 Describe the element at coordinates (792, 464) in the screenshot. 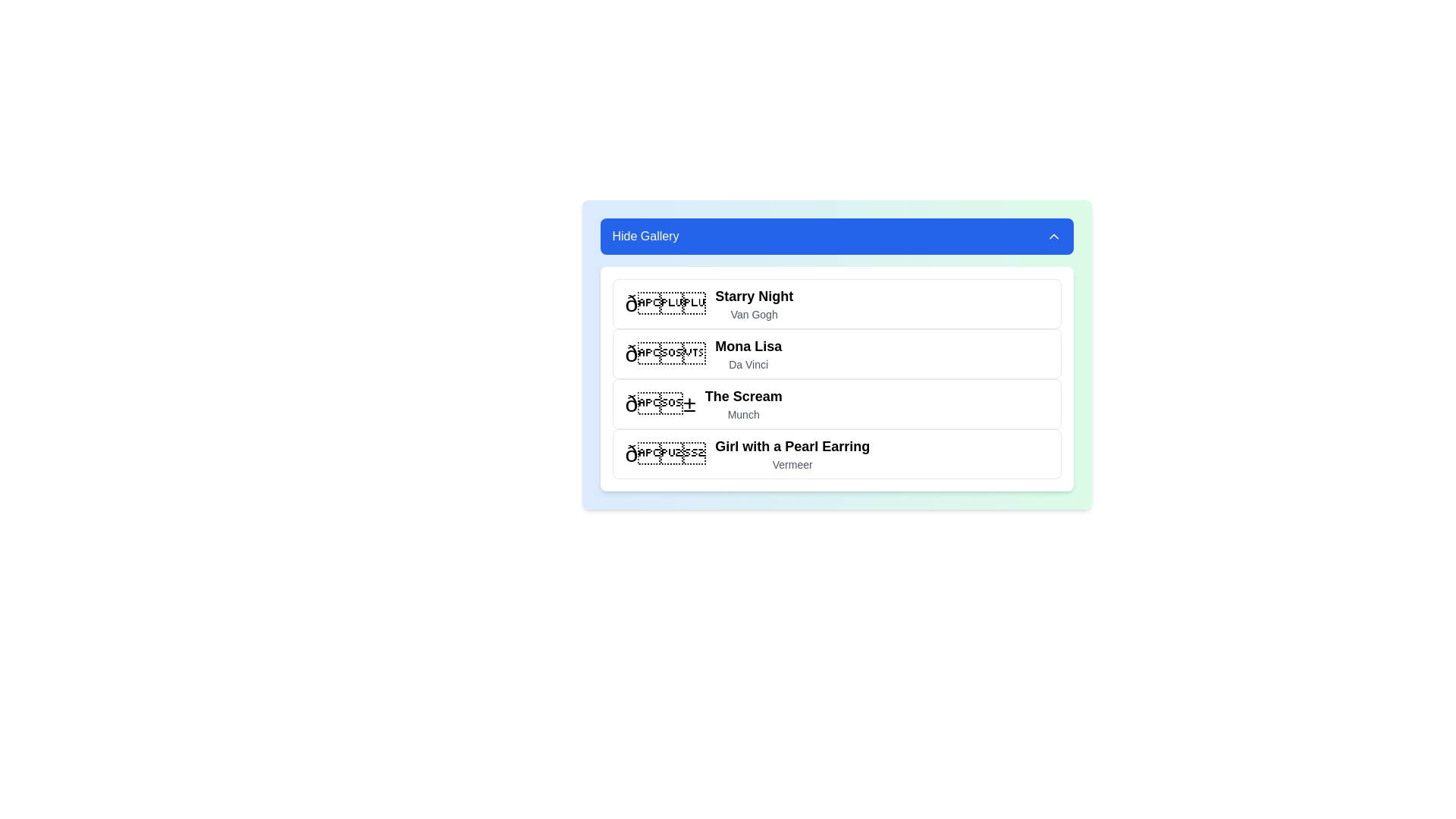

I see `text element 'Vermeer' which is styled in a smaller font size and light gray color, located beneath the title 'Girl with a Pearl Earring'` at that location.